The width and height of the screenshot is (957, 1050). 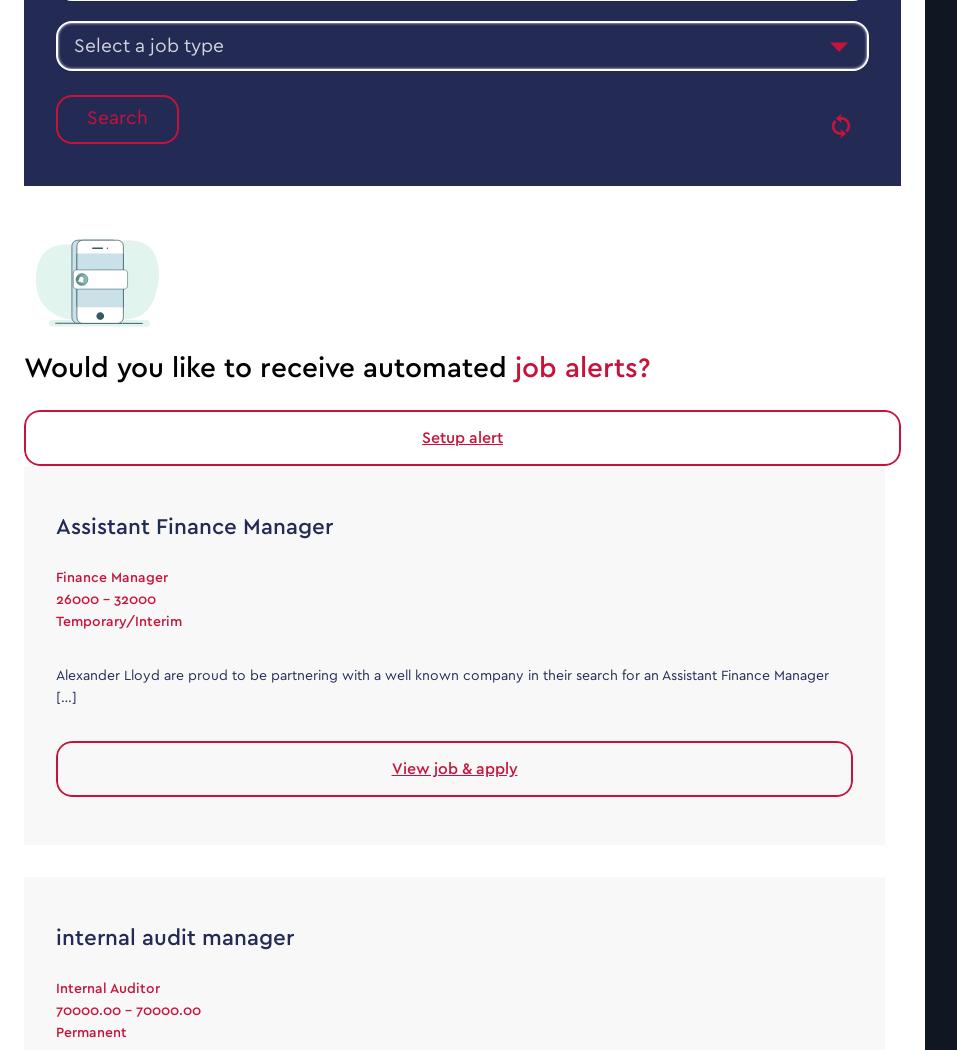 I want to click on 'View job & apply', so click(x=453, y=767).